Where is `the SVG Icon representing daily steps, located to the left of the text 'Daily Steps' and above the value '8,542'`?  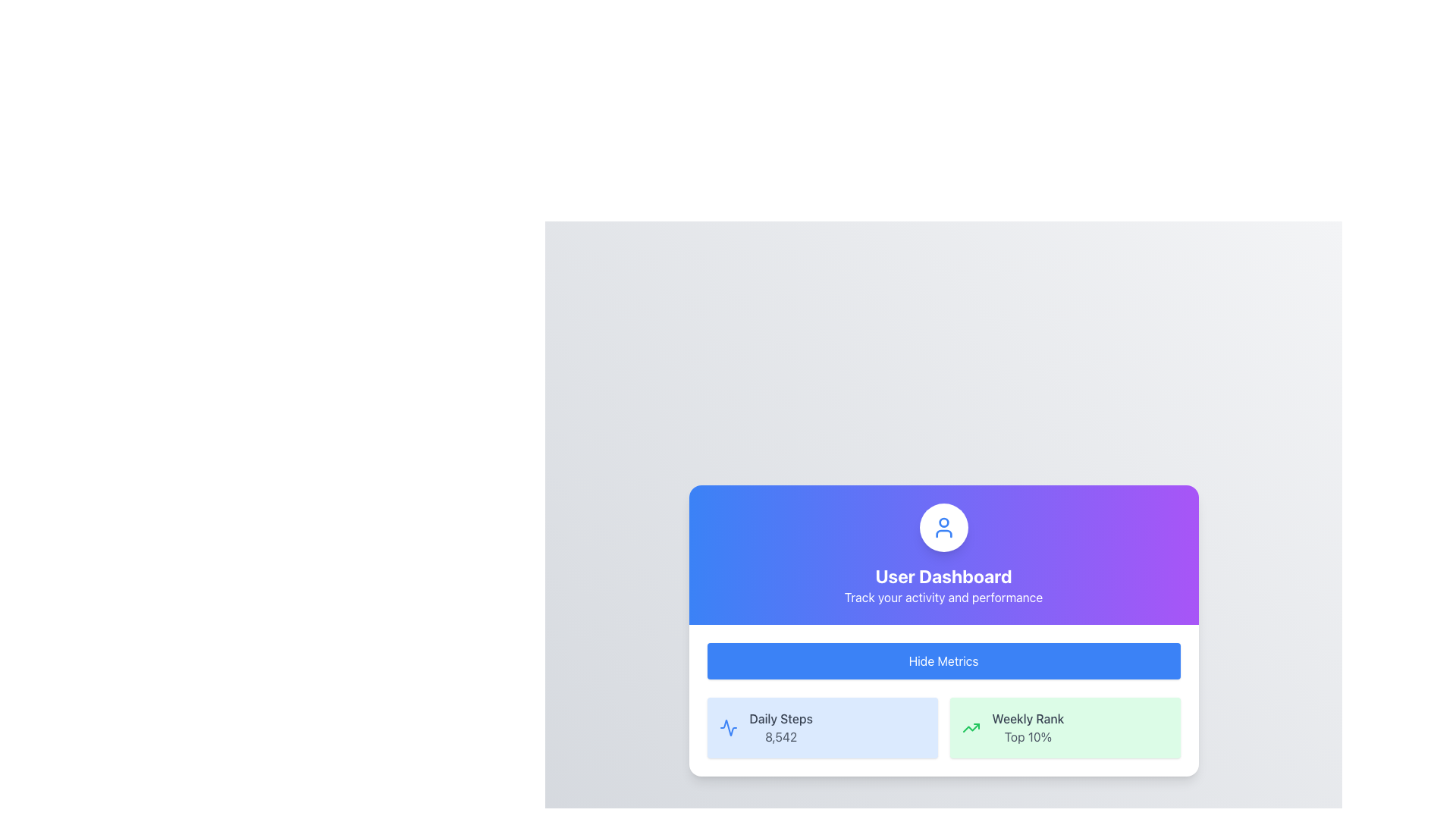 the SVG Icon representing daily steps, located to the left of the text 'Daily Steps' and above the value '8,542' is located at coordinates (728, 727).